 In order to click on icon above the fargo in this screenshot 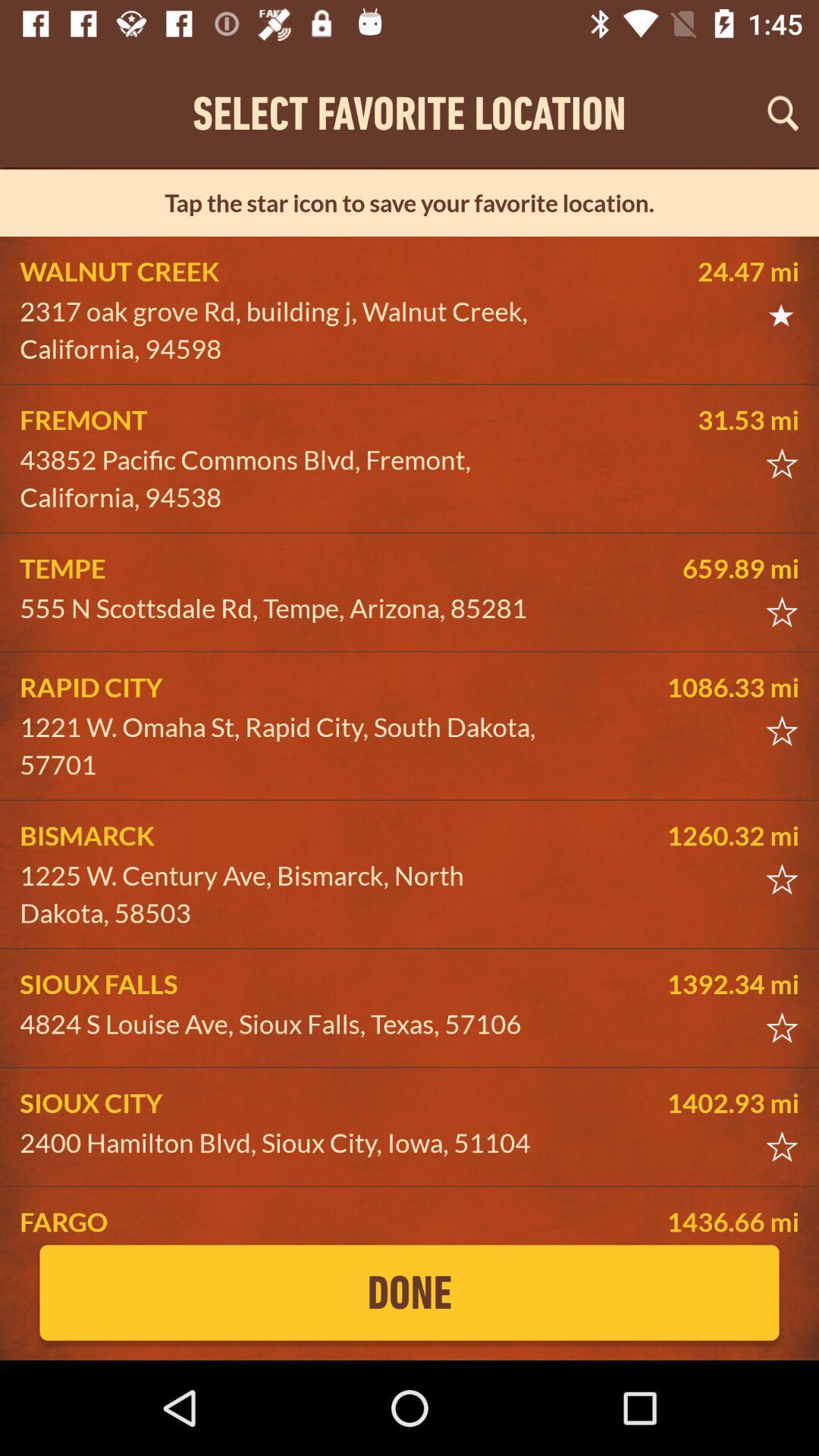, I will do `click(285, 1143)`.